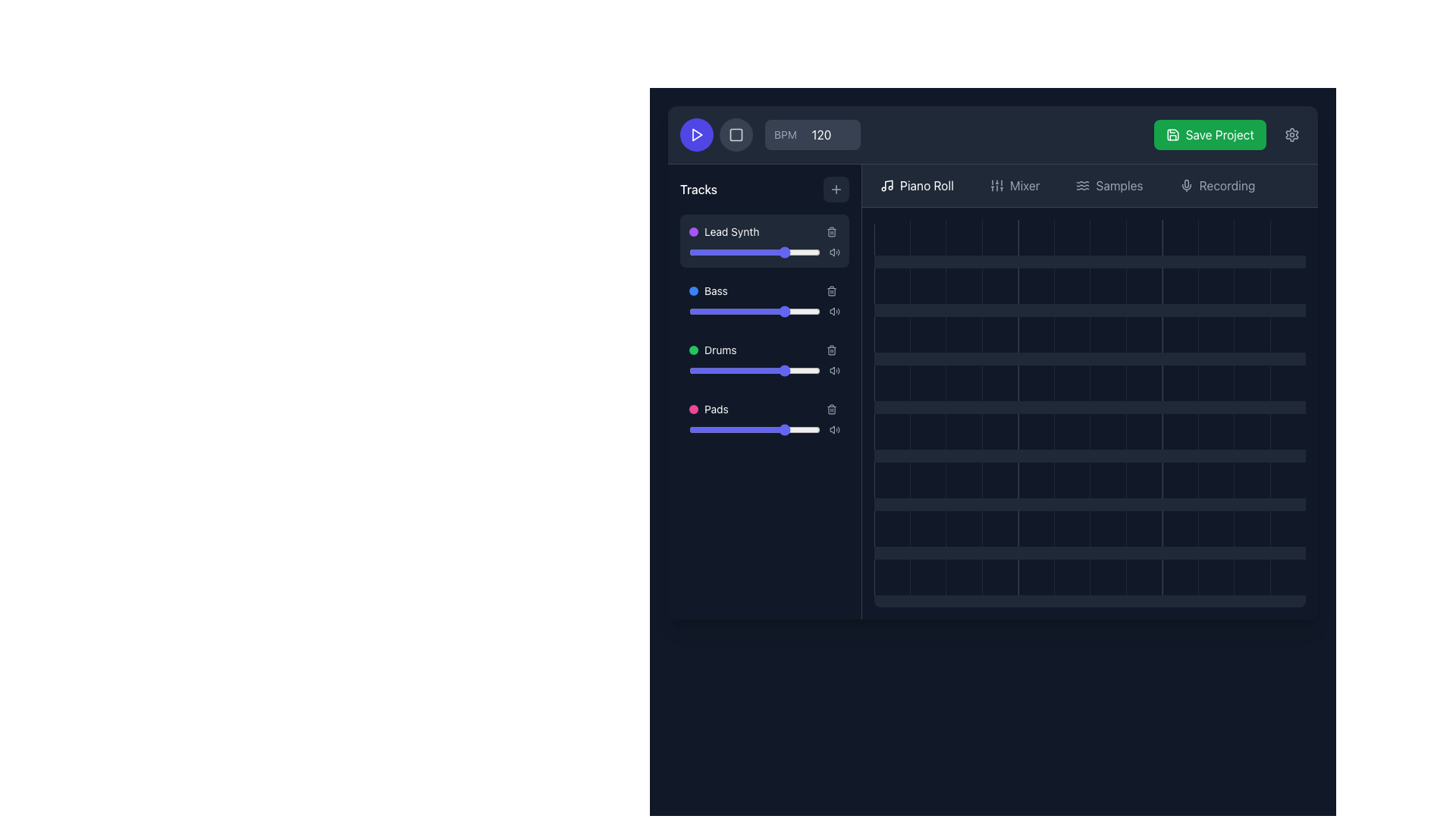 The image size is (1456, 819). Describe the element at coordinates (818, 350) in the screenshot. I see `the volume for the 'Drums' track` at that location.